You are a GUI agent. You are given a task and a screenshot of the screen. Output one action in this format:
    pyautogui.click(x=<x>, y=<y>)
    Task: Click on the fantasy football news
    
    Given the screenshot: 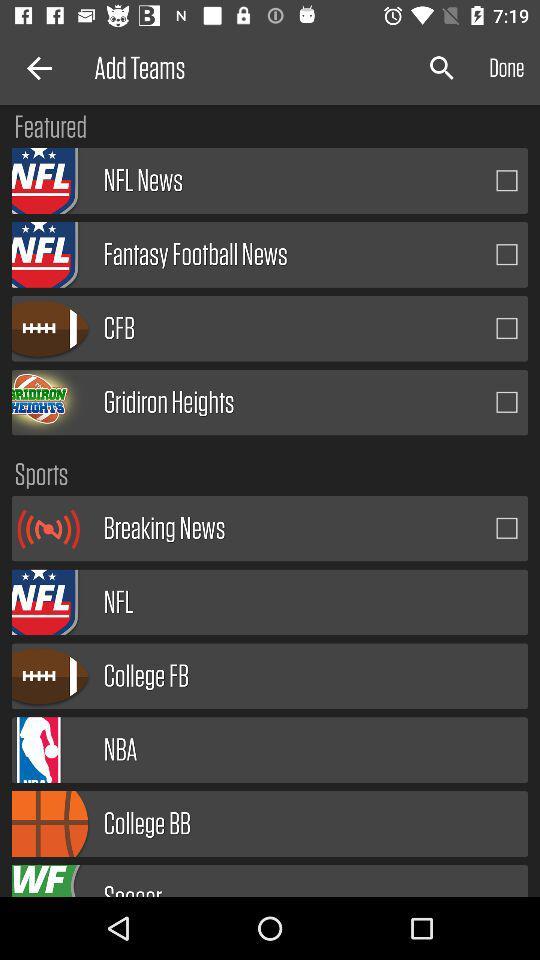 What is the action you would take?
    pyautogui.click(x=507, y=253)
    